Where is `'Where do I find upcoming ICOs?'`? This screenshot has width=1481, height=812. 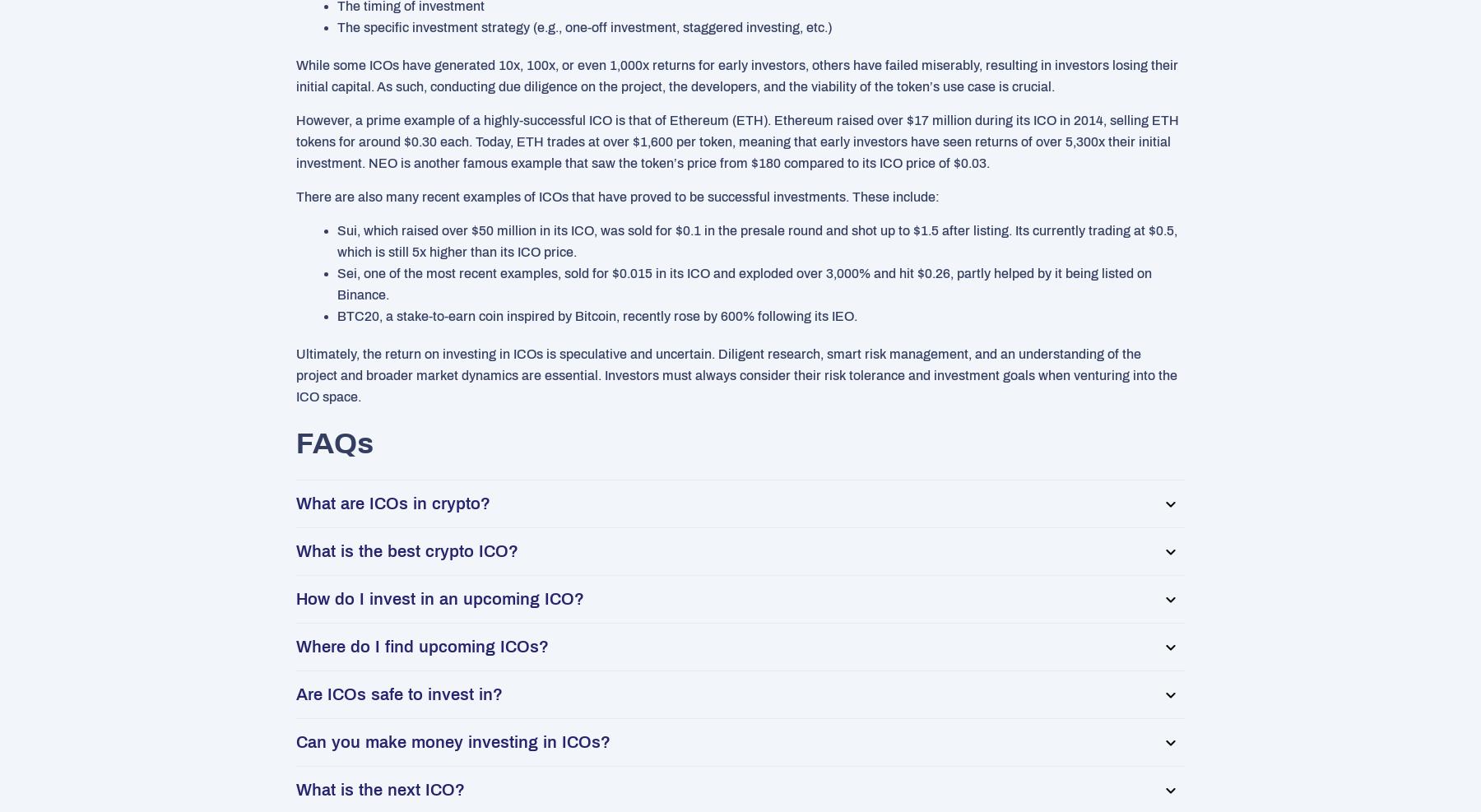 'Where do I find upcoming ICOs?' is located at coordinates (421, 647).